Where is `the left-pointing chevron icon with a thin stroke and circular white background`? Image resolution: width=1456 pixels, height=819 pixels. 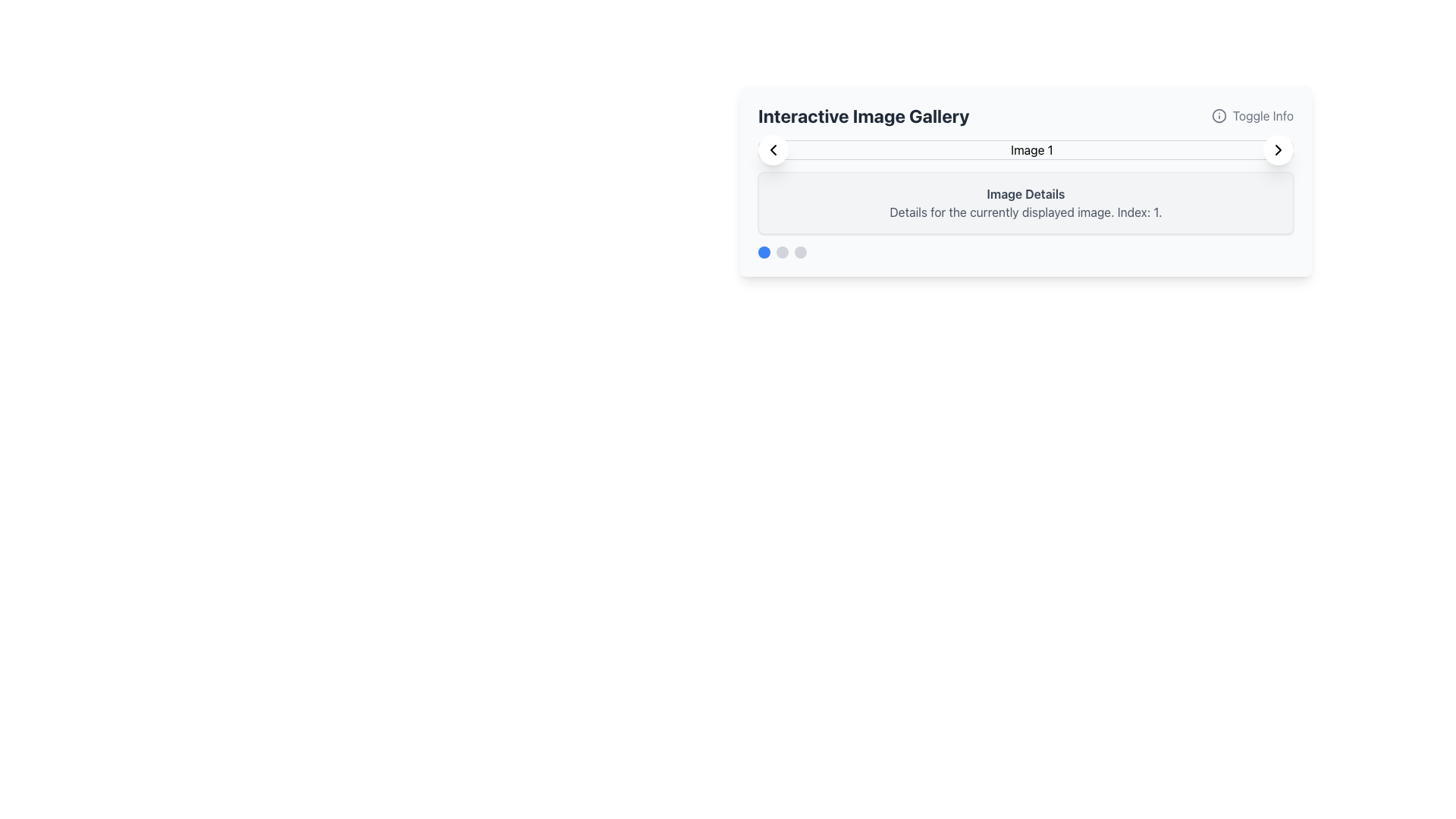 the left-pointing chevron icon with a thin stroke and circular white background is located at coordinates (773, 149).